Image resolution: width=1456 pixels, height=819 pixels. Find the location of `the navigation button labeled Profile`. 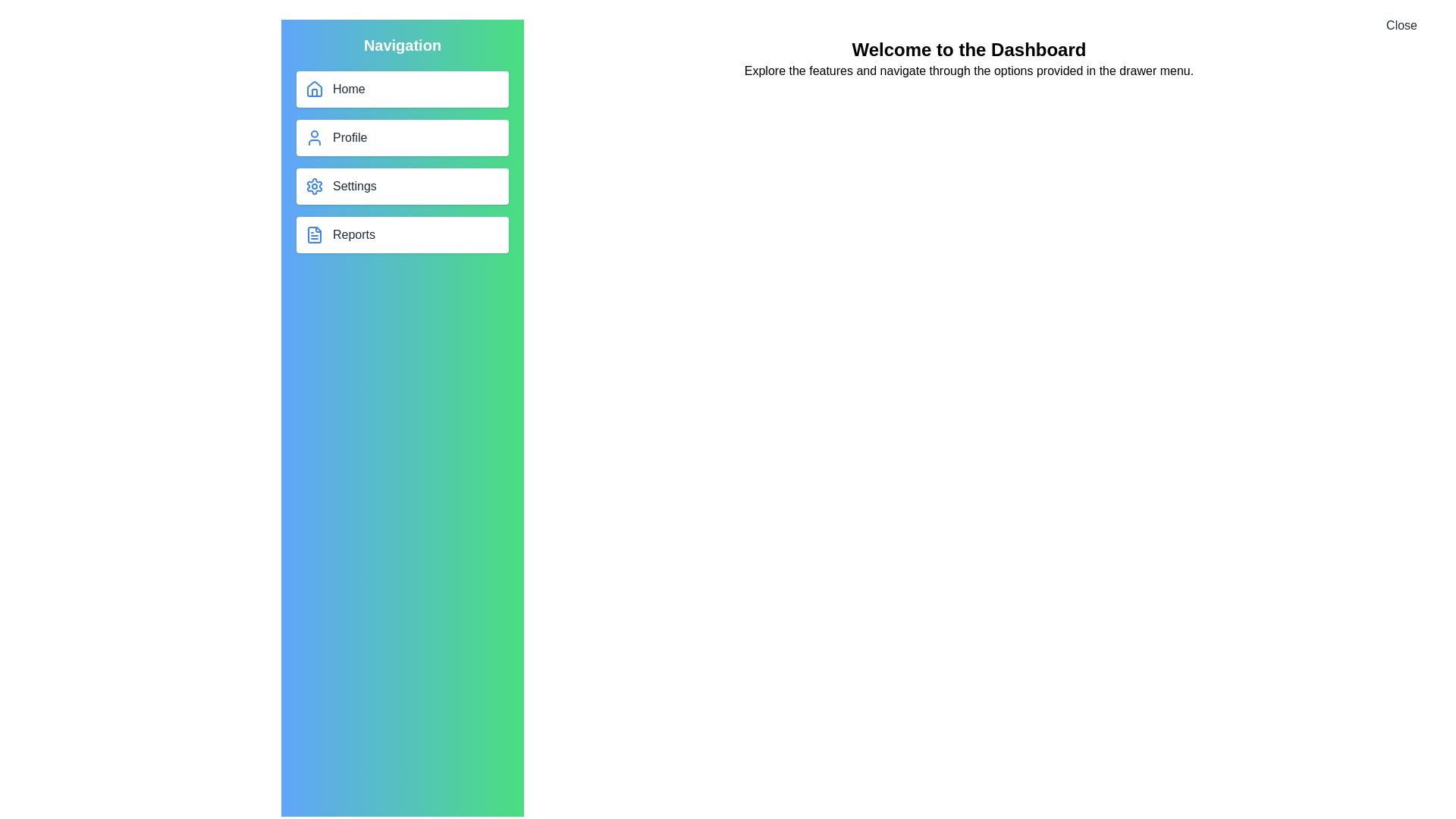

the navigation button labeled Profile is located at coordinates (403, 137).